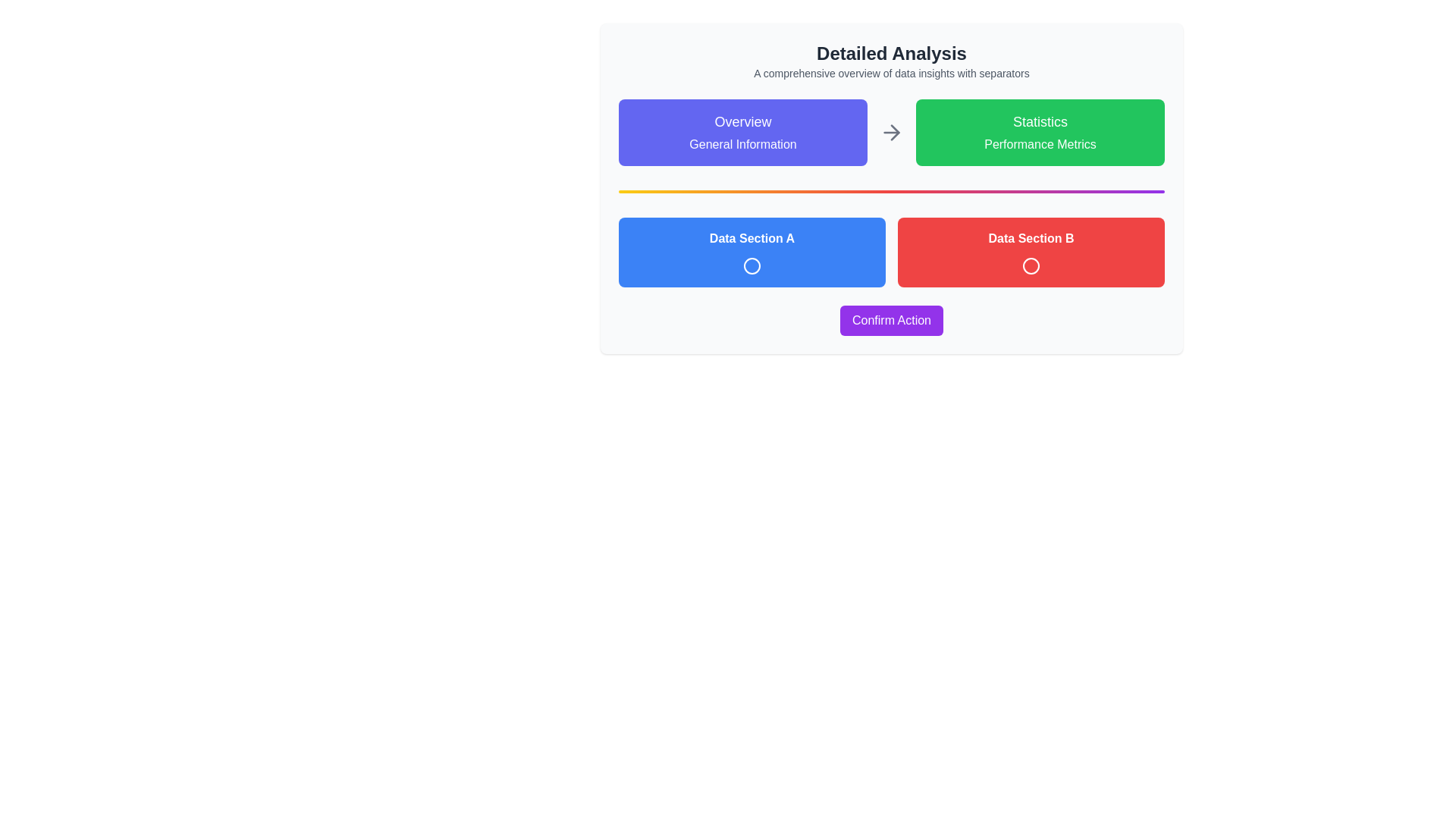 This screenshot has height=819, width=1456. I want to click on the circular icon centered in the 'Data Section A' rectangle, positioned towards the lower section, so click(752, 265).